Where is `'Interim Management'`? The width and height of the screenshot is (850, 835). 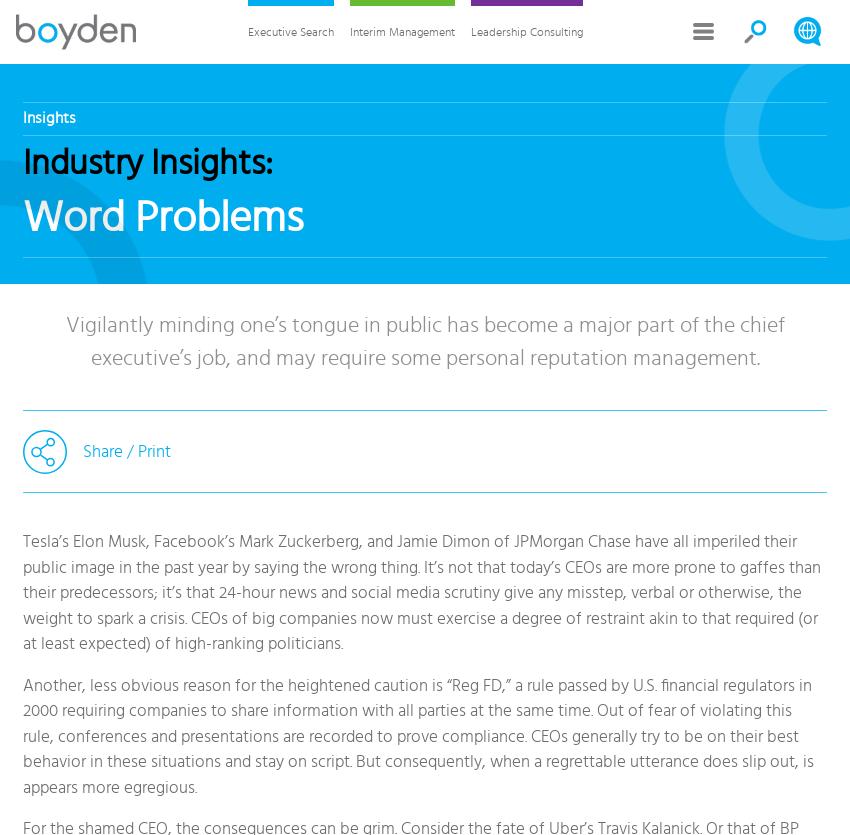 'Interim Management' is located at coordinates (401, 31).